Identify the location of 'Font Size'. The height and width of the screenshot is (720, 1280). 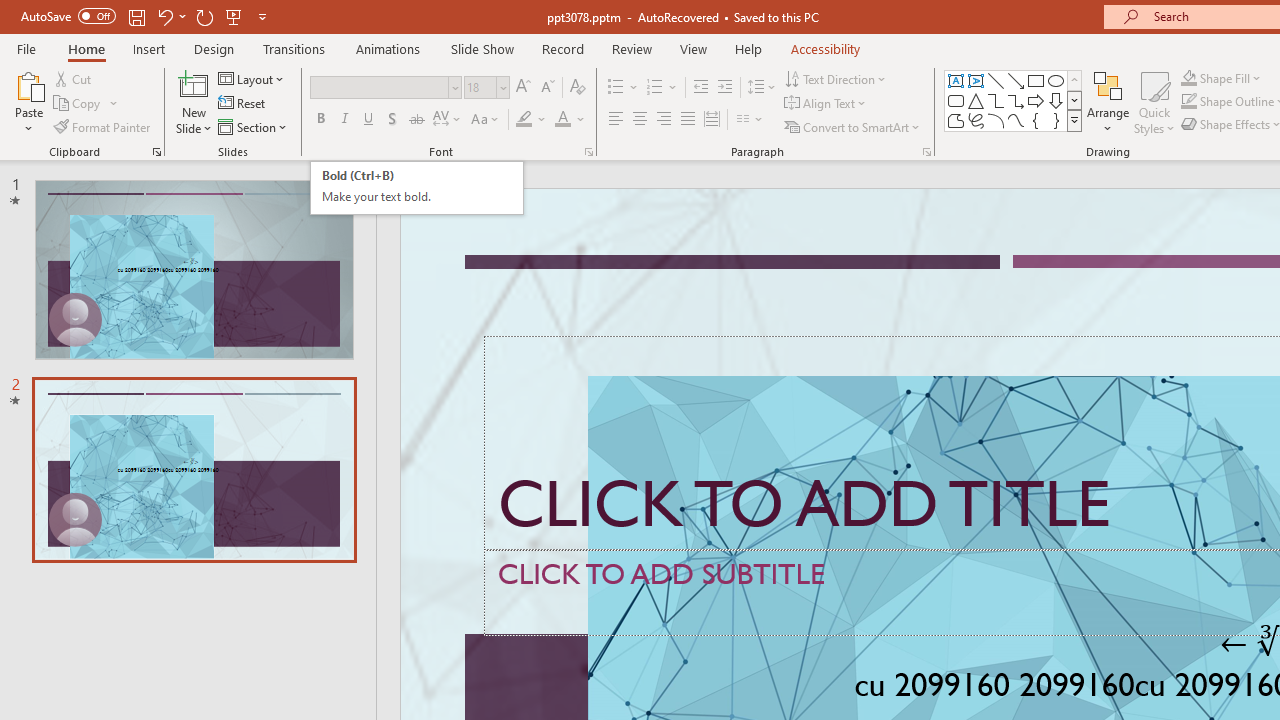
(486, 86).